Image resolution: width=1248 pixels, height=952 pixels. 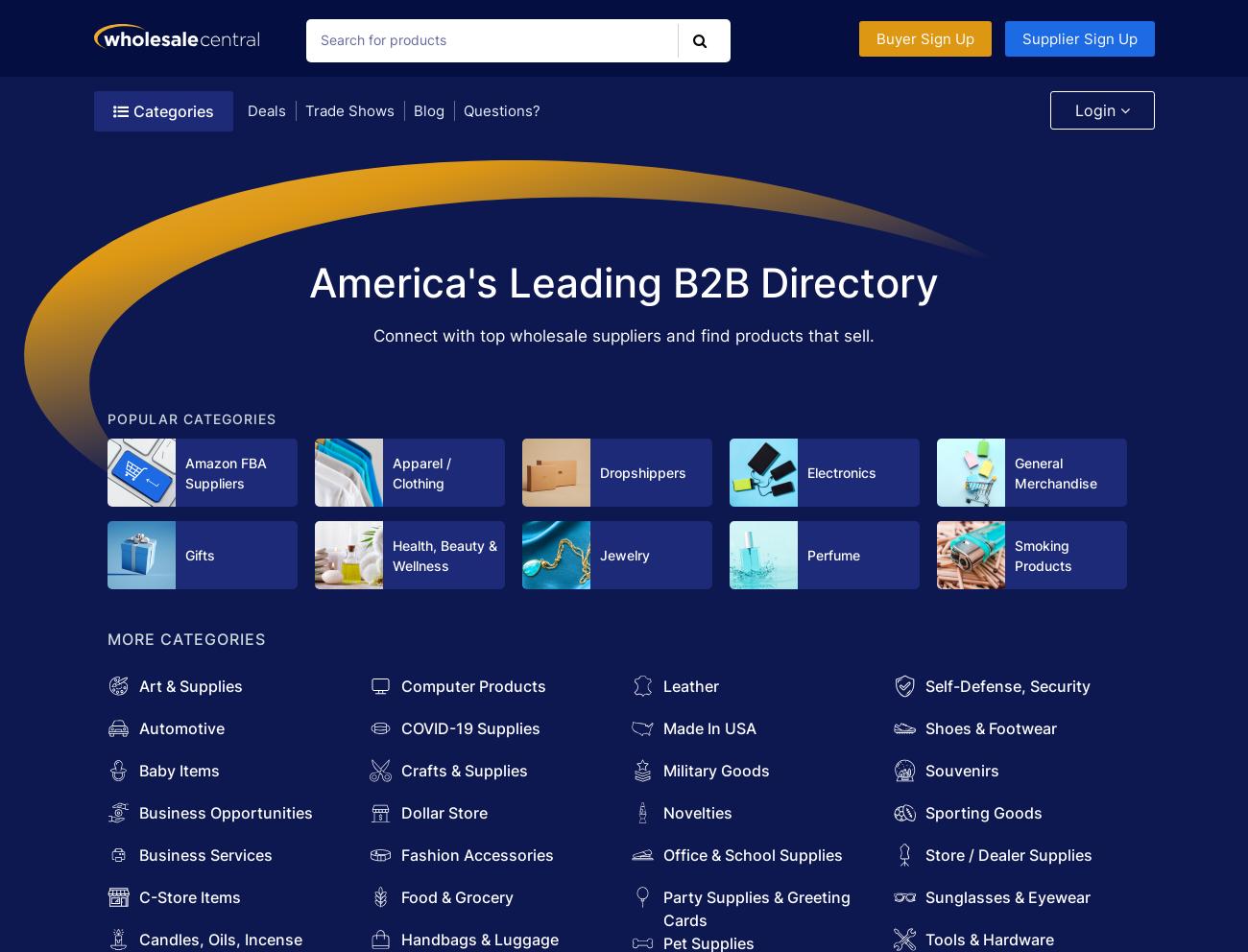 What do you see at coordinates (427, 109) in the screenshot?
I see `'Blog'` at bounding box center [427, 109].